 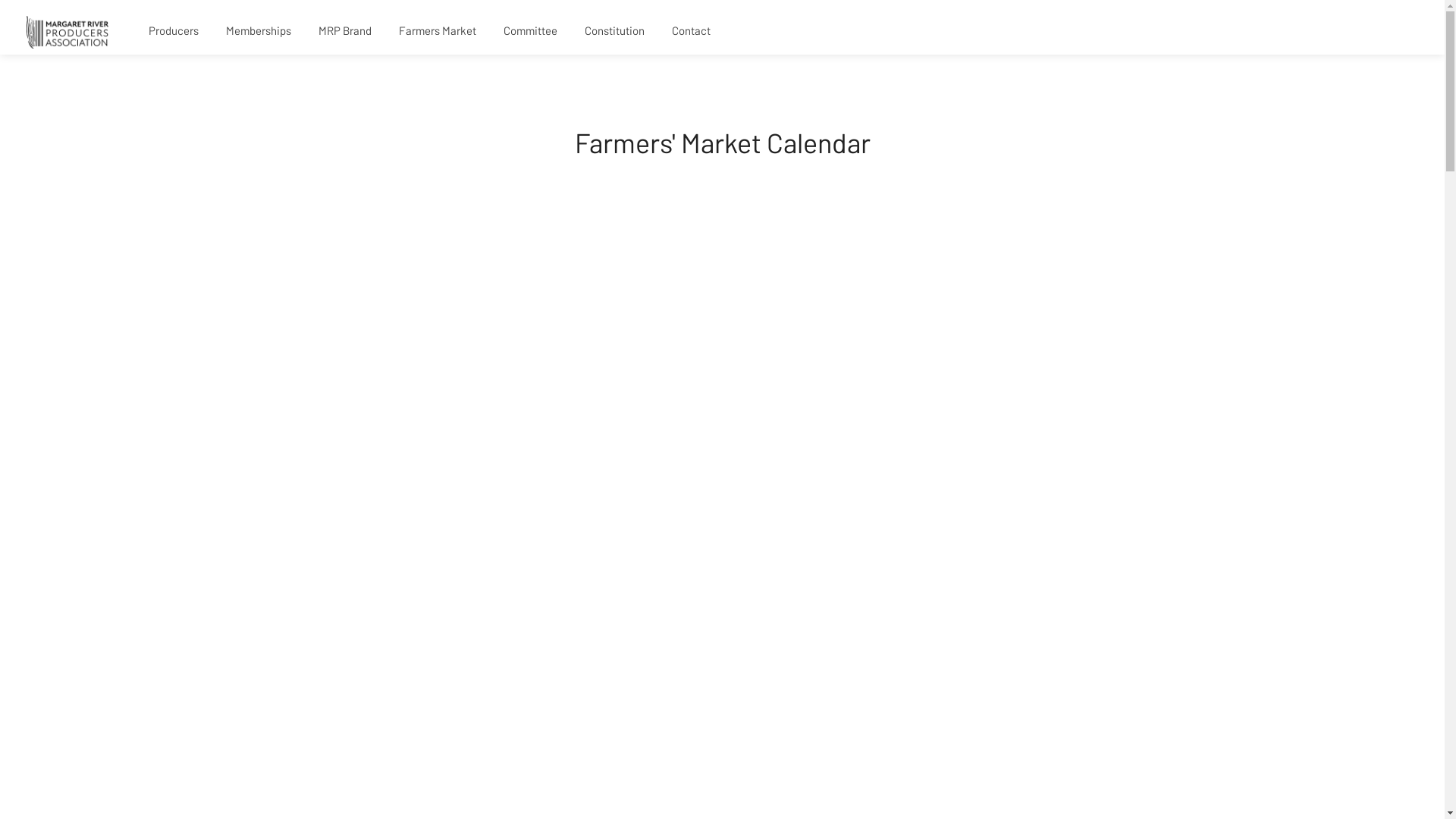 What do you see at coordinates (436, 31) in the screenshot?
I see `'Farmers Market'` at bounding box center [436, 31].